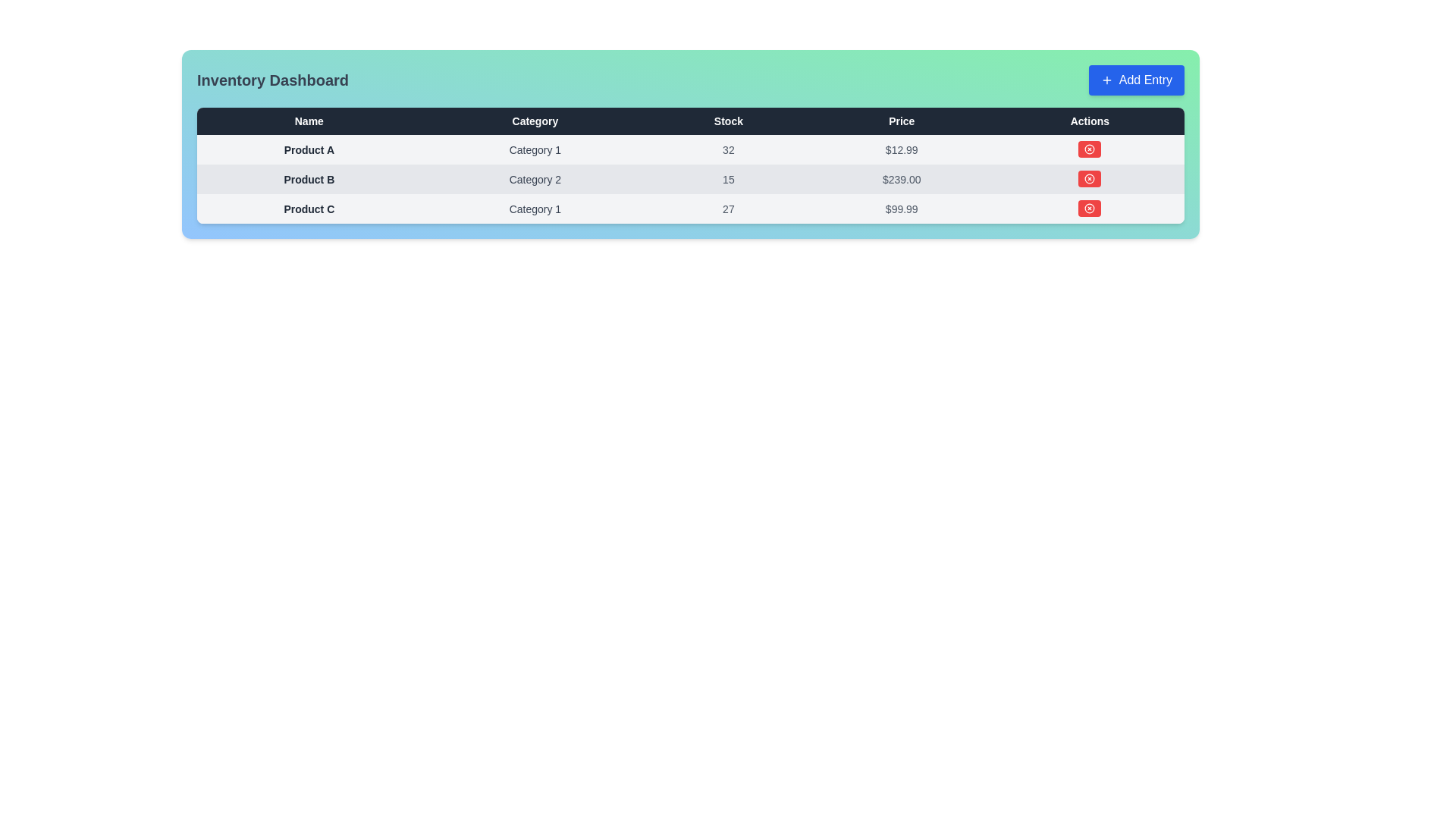 The width and height of the screenshot is (1456, 819). Describe the element at coordinates (1089, 149) in the screenshot. I see `the delete icon button located in the Actions column of the second row in the data table` at that location.